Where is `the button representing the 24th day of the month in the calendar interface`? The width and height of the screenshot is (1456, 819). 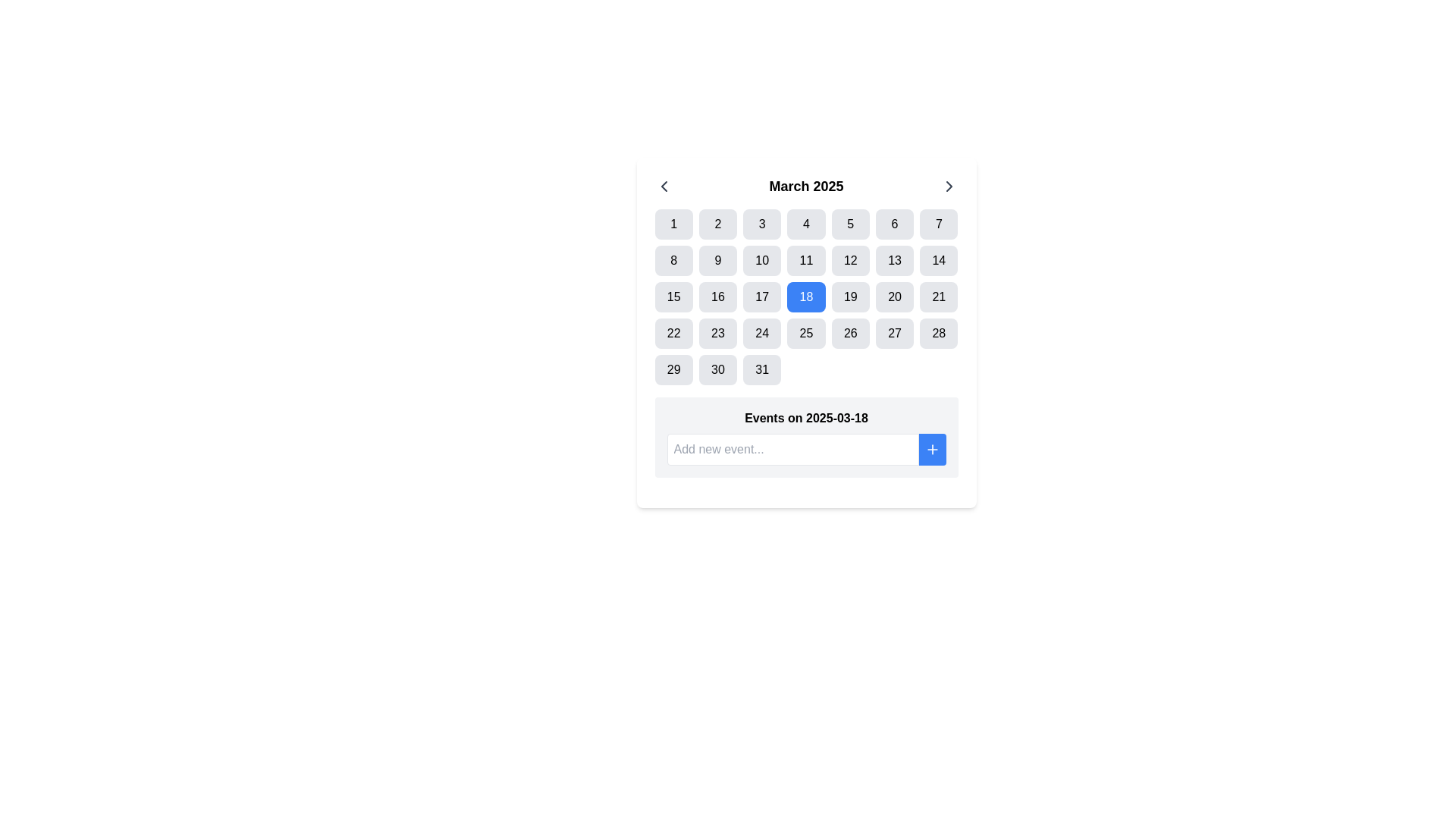
the button representing the 24th day of the month in the calendar interface is located at coordinates (762, 332).